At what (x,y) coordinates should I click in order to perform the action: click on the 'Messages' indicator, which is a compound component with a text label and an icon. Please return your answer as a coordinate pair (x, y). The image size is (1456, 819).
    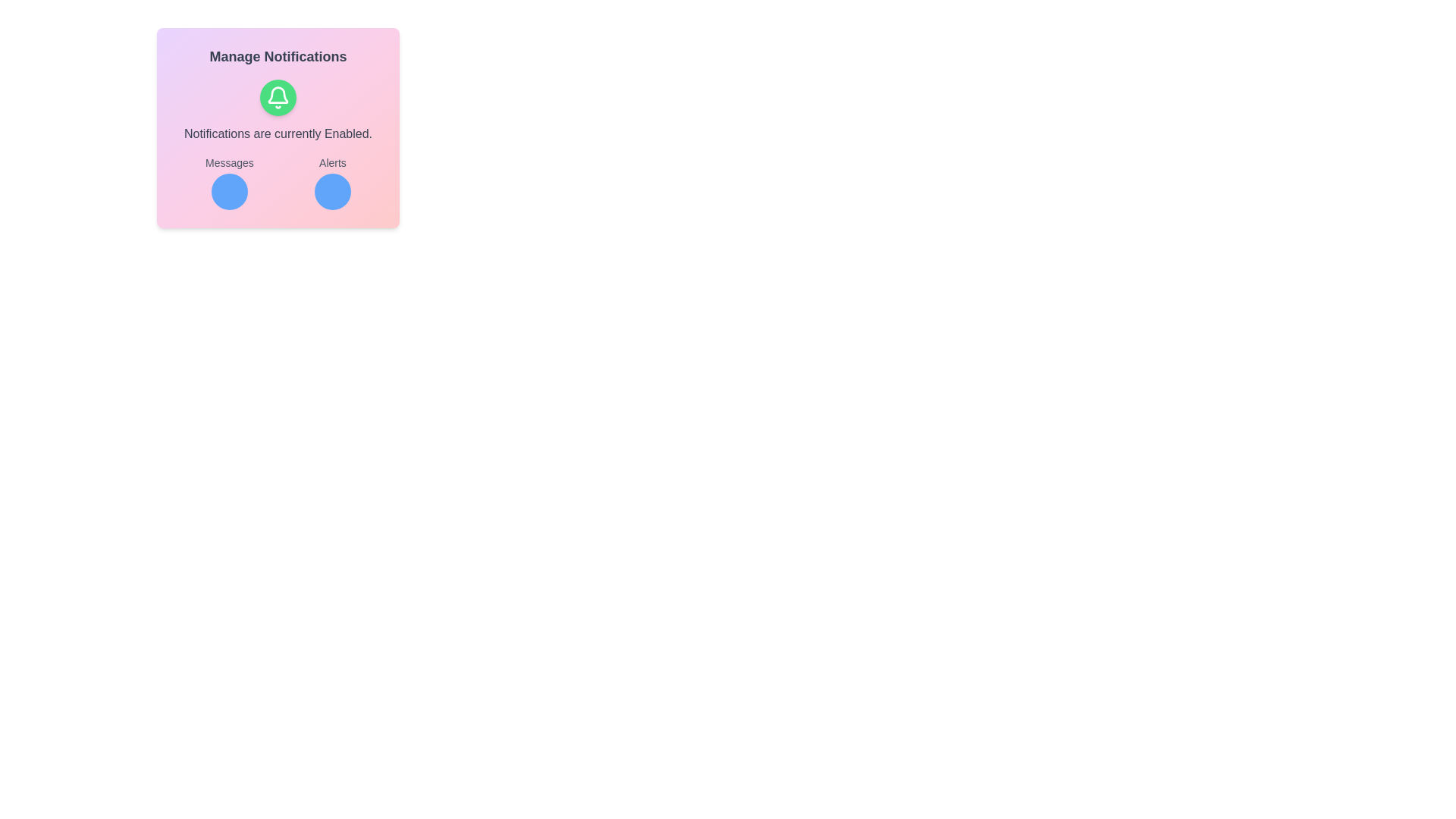
    Looking at the image, I should click on (228, 181).